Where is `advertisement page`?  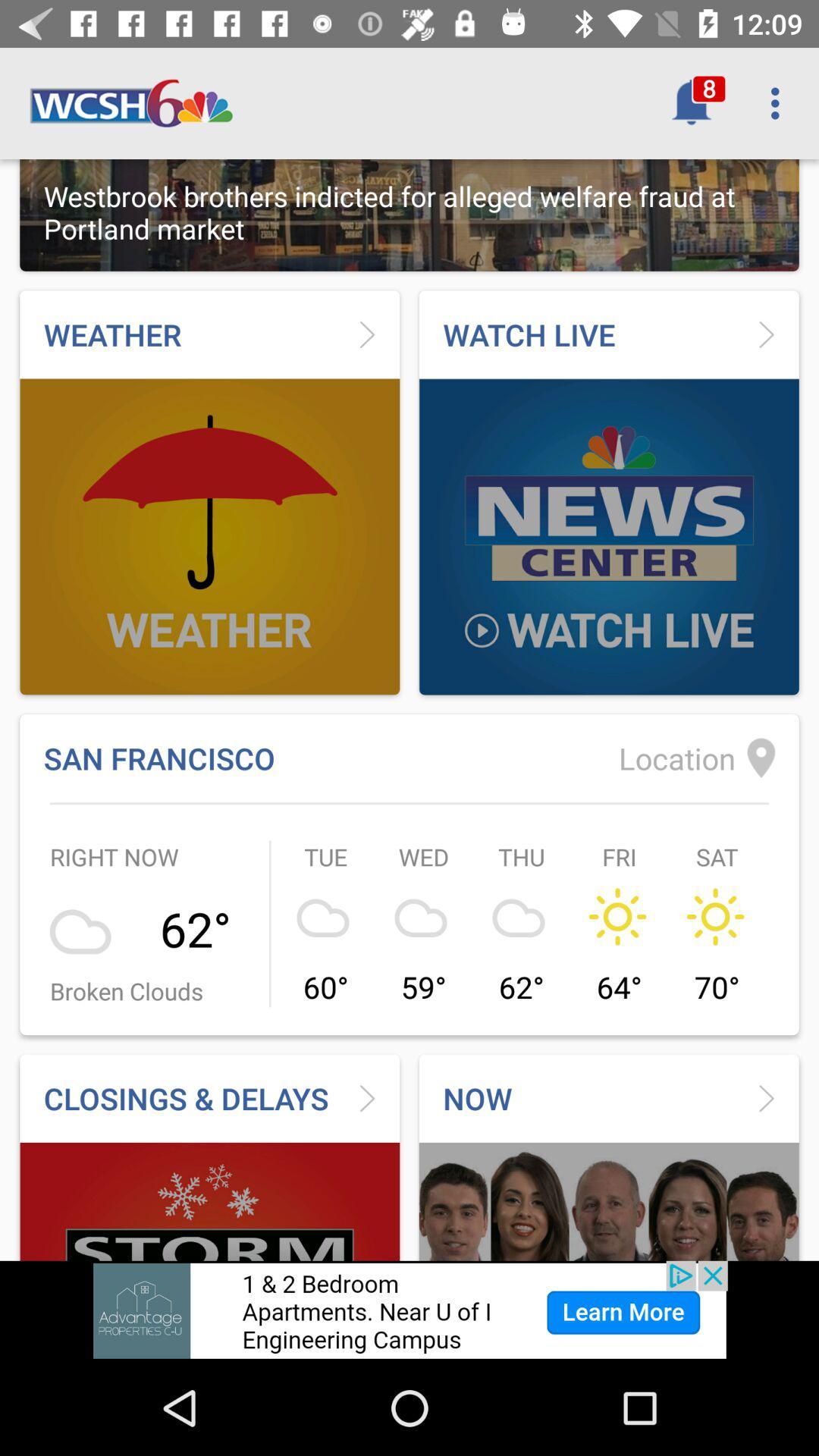 advertisement page is located at coordinates (409, 1310).